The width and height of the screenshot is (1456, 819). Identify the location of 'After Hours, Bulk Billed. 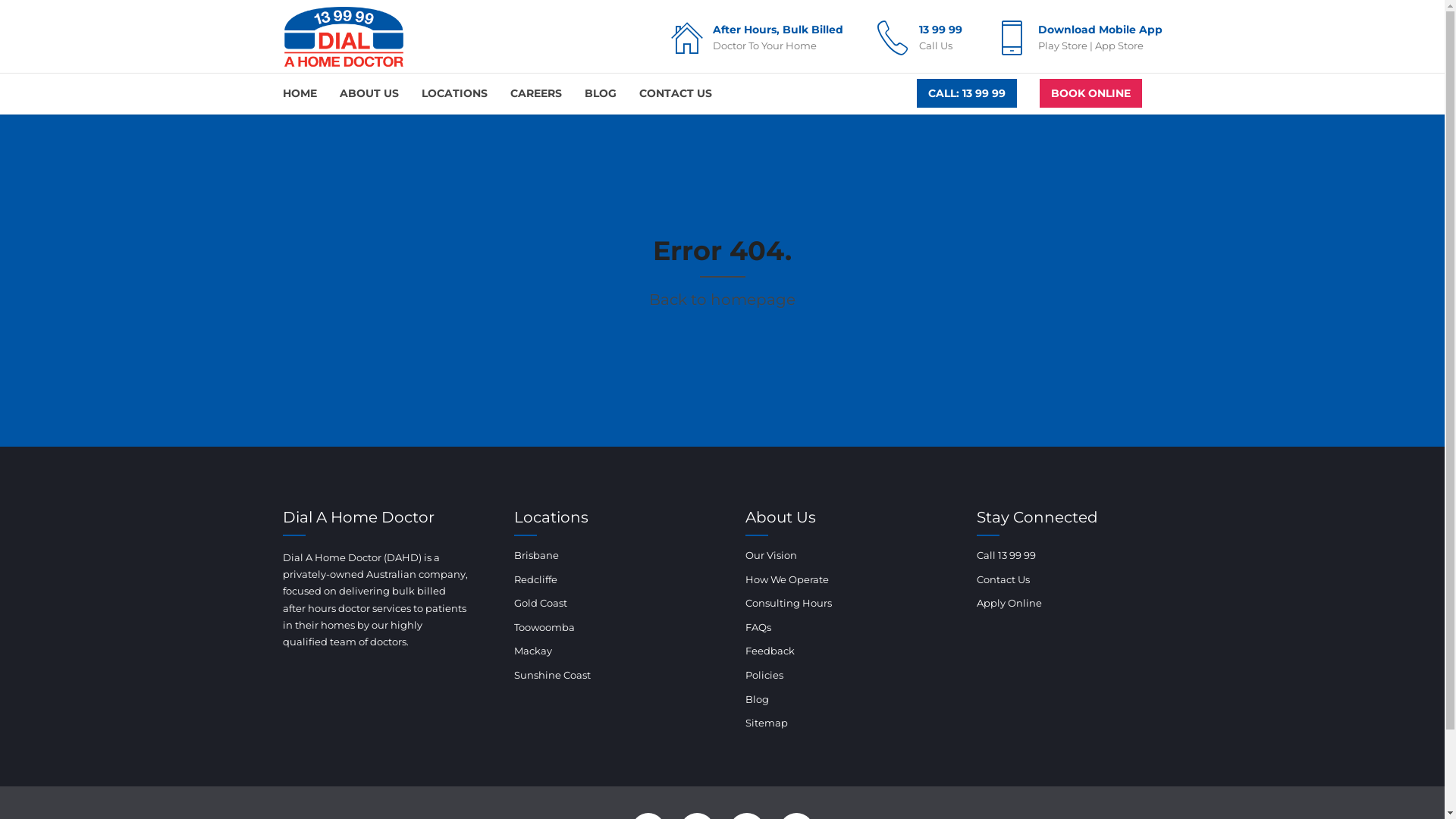
(754, 36).